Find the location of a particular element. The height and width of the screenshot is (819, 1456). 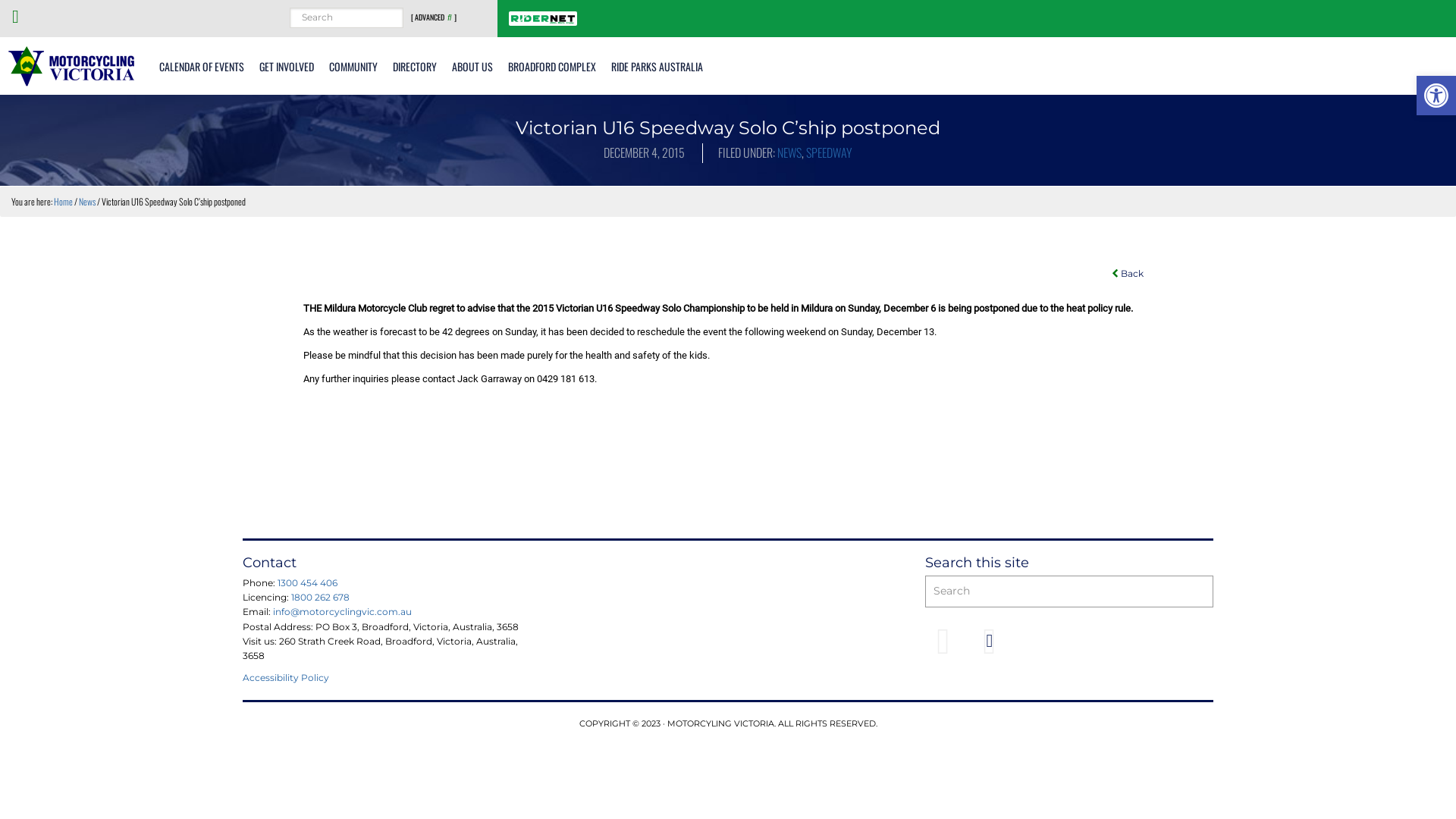

'Back' is located at coordinates (1103, 274).